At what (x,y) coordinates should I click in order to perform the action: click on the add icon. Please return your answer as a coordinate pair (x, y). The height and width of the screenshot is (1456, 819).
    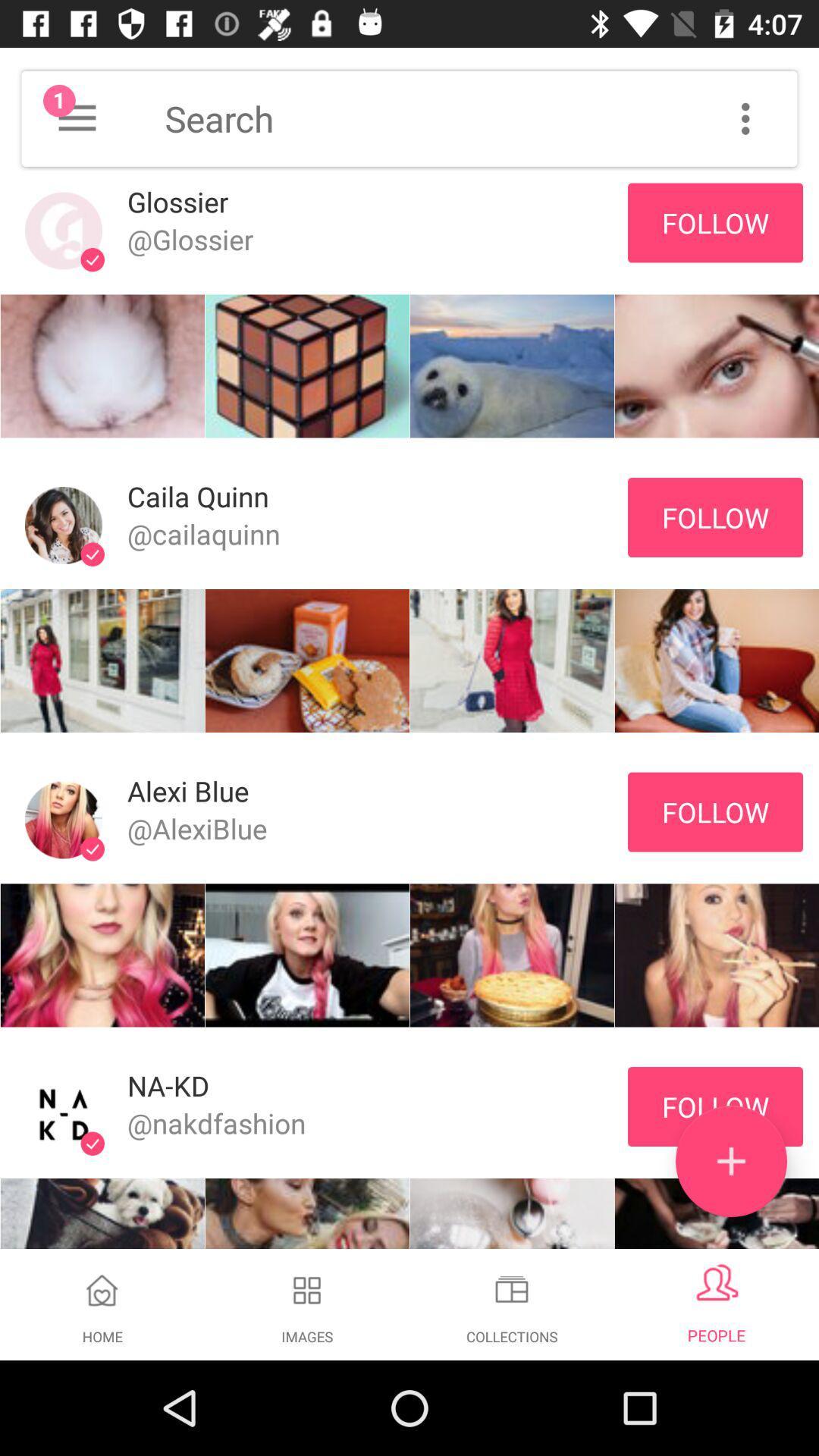
    Looking at the image, I should click on (730, 1160).